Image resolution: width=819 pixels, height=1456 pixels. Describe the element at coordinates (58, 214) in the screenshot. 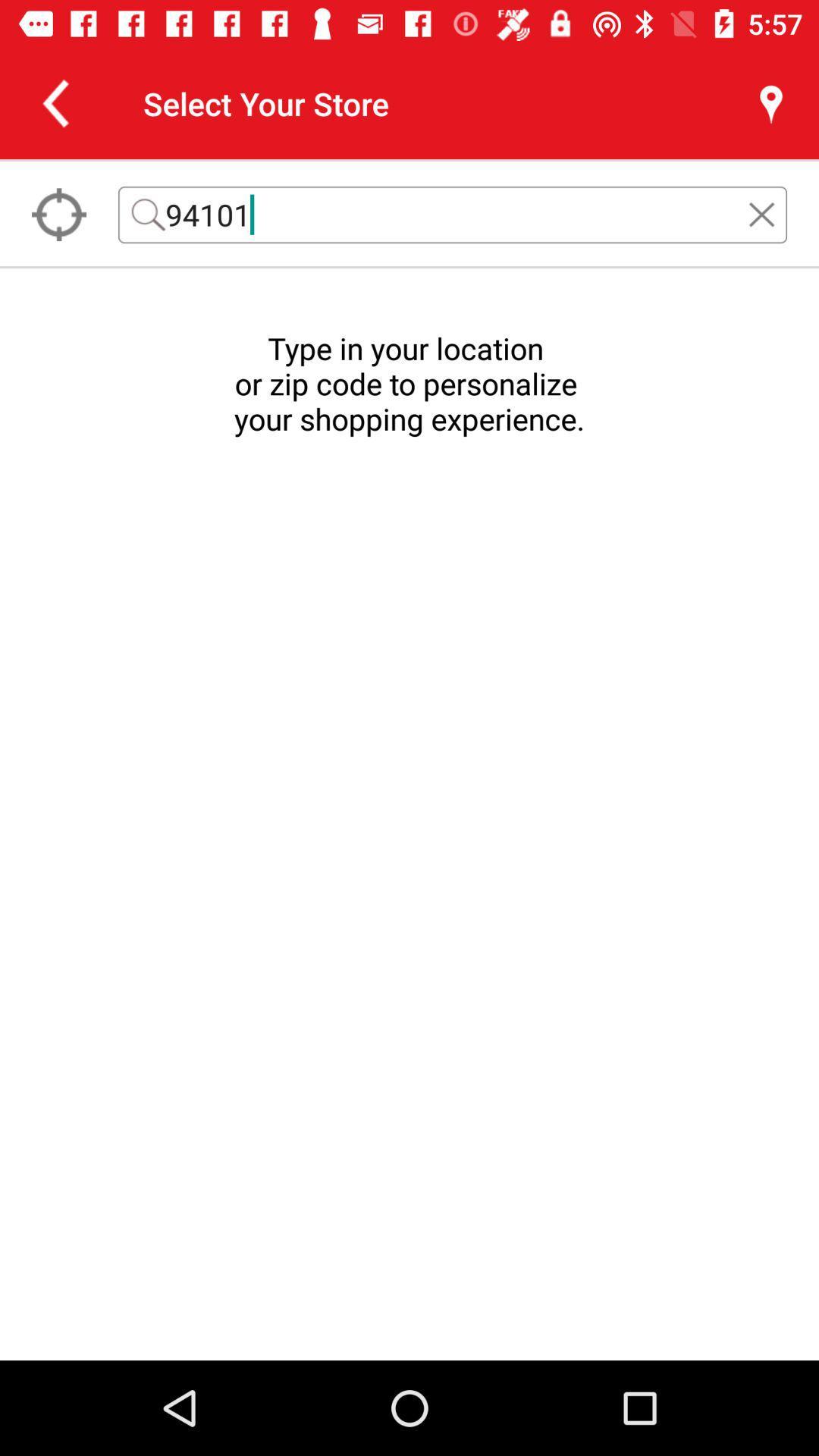

I see `the location_crosshair icon` at that location.